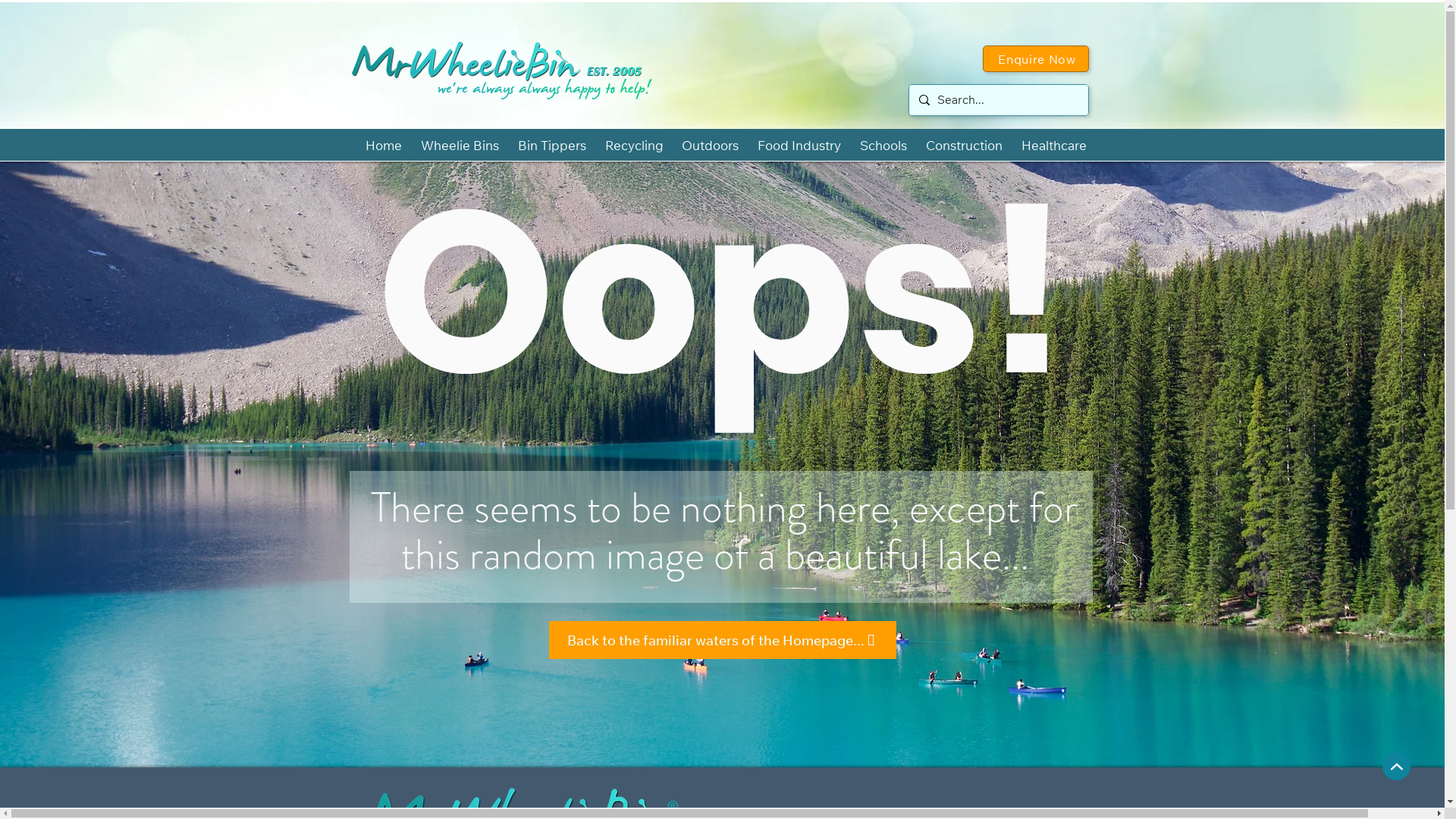  What do you see at coordinates (356, 145) in the screenshot?
I see `'Home'` at bounding box center [356, 145].